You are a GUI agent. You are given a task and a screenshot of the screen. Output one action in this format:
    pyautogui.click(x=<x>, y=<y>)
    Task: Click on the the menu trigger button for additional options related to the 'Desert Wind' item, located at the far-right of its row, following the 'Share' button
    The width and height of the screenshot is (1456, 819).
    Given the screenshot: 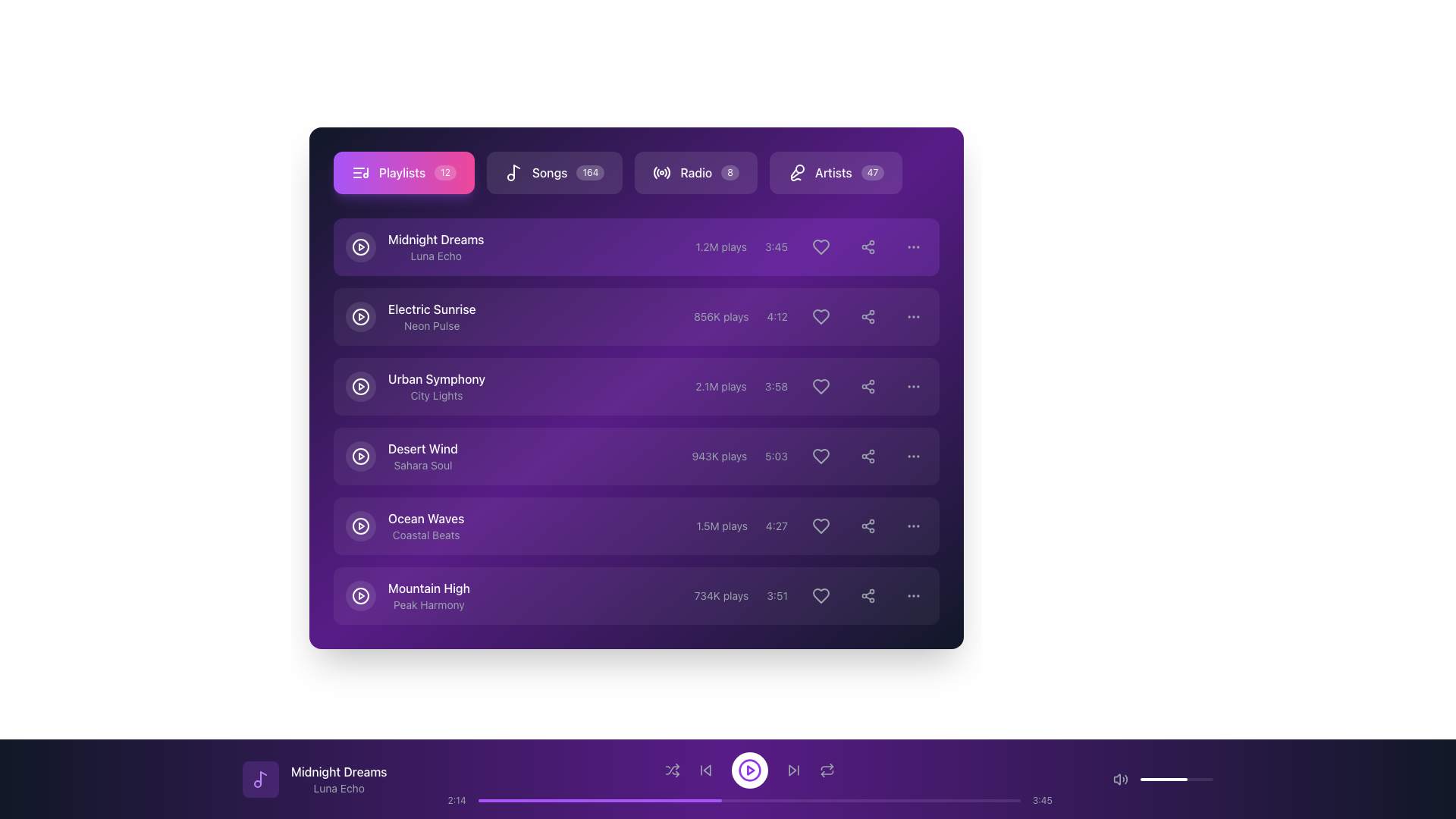 What is the action you would take?
    pyautogui.click(x=912, y=455)
    